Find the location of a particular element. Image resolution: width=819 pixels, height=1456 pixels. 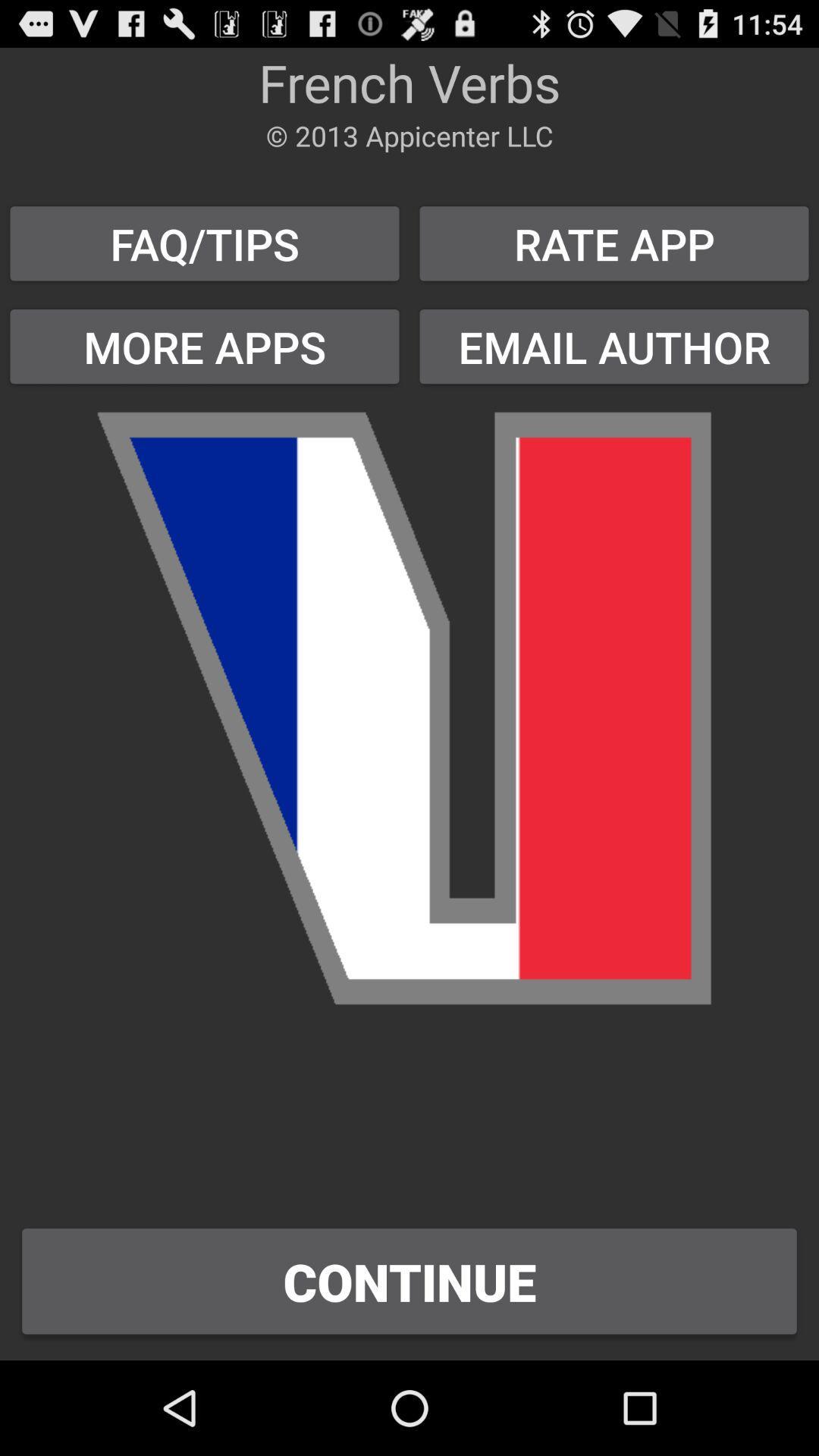

item to the right of the faq/tips button is located at coordinates (614, 243).